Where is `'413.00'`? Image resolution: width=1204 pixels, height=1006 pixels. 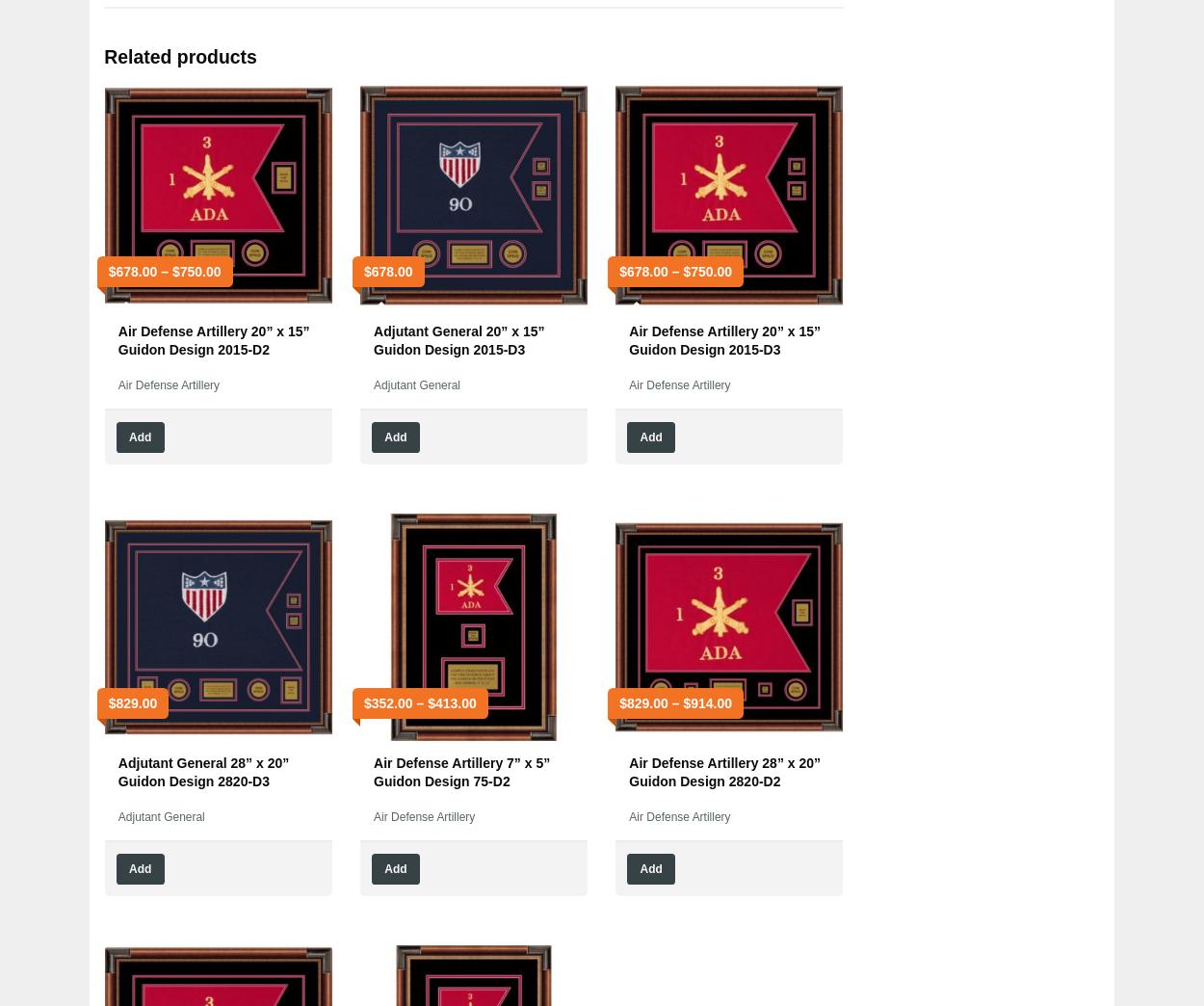 '413.00' is located at coordinates (433, 702).